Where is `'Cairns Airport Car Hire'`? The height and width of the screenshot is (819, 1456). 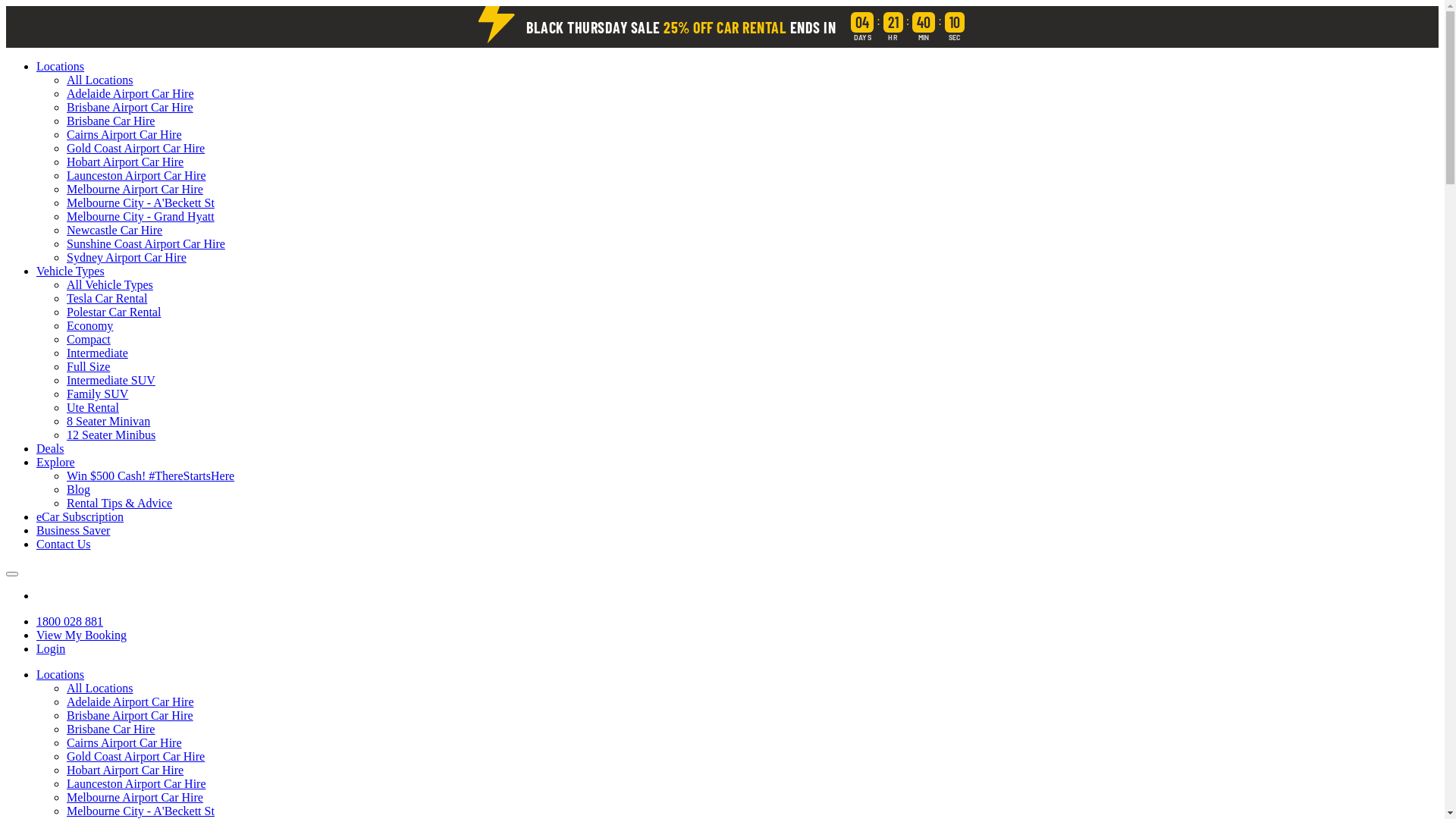 'Cairns Airport Car Hire' is located at coordinates (124, 133).